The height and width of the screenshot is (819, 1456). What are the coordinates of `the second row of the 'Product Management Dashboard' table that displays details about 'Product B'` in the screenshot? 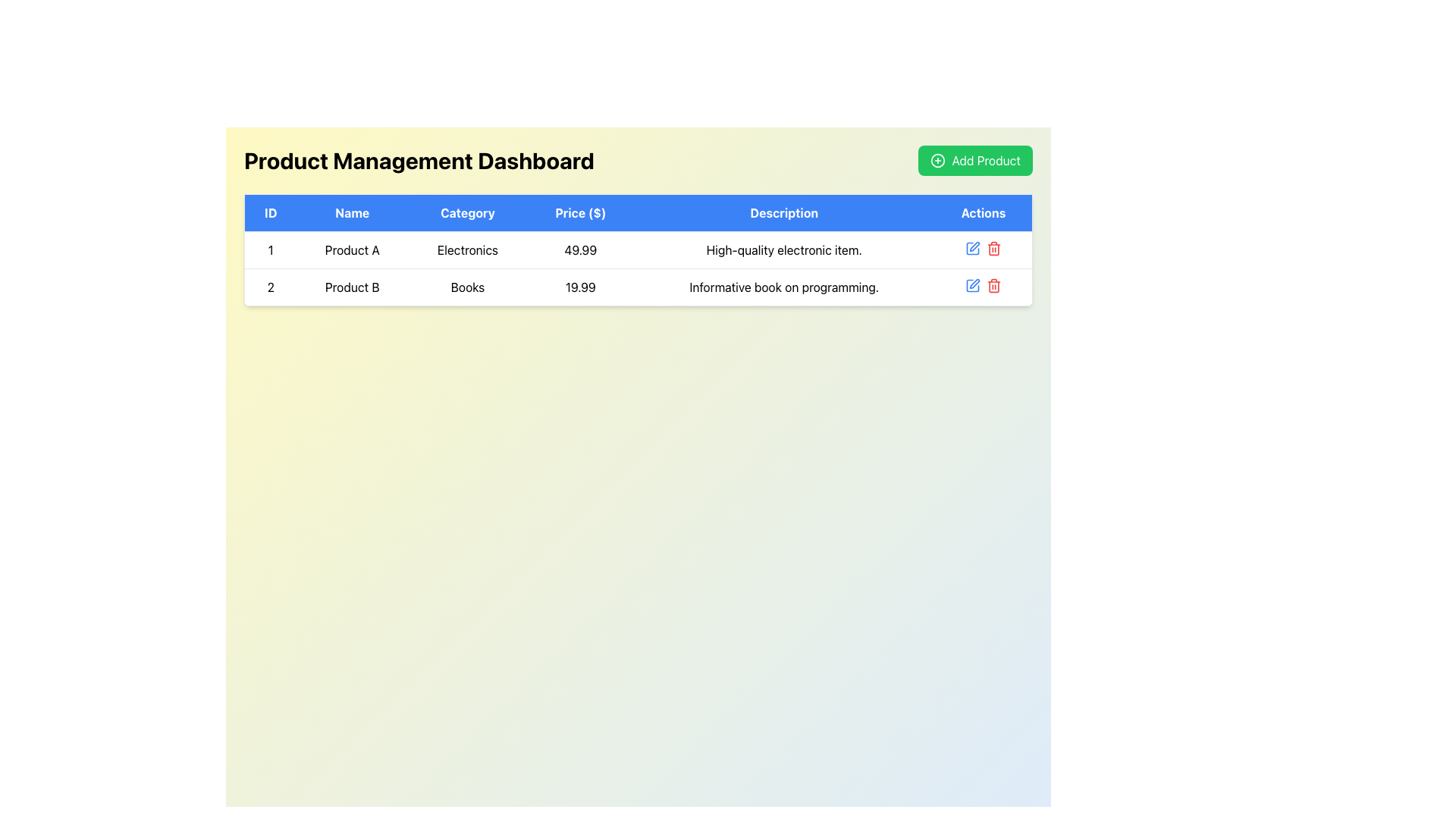 It's located at (638, 287).